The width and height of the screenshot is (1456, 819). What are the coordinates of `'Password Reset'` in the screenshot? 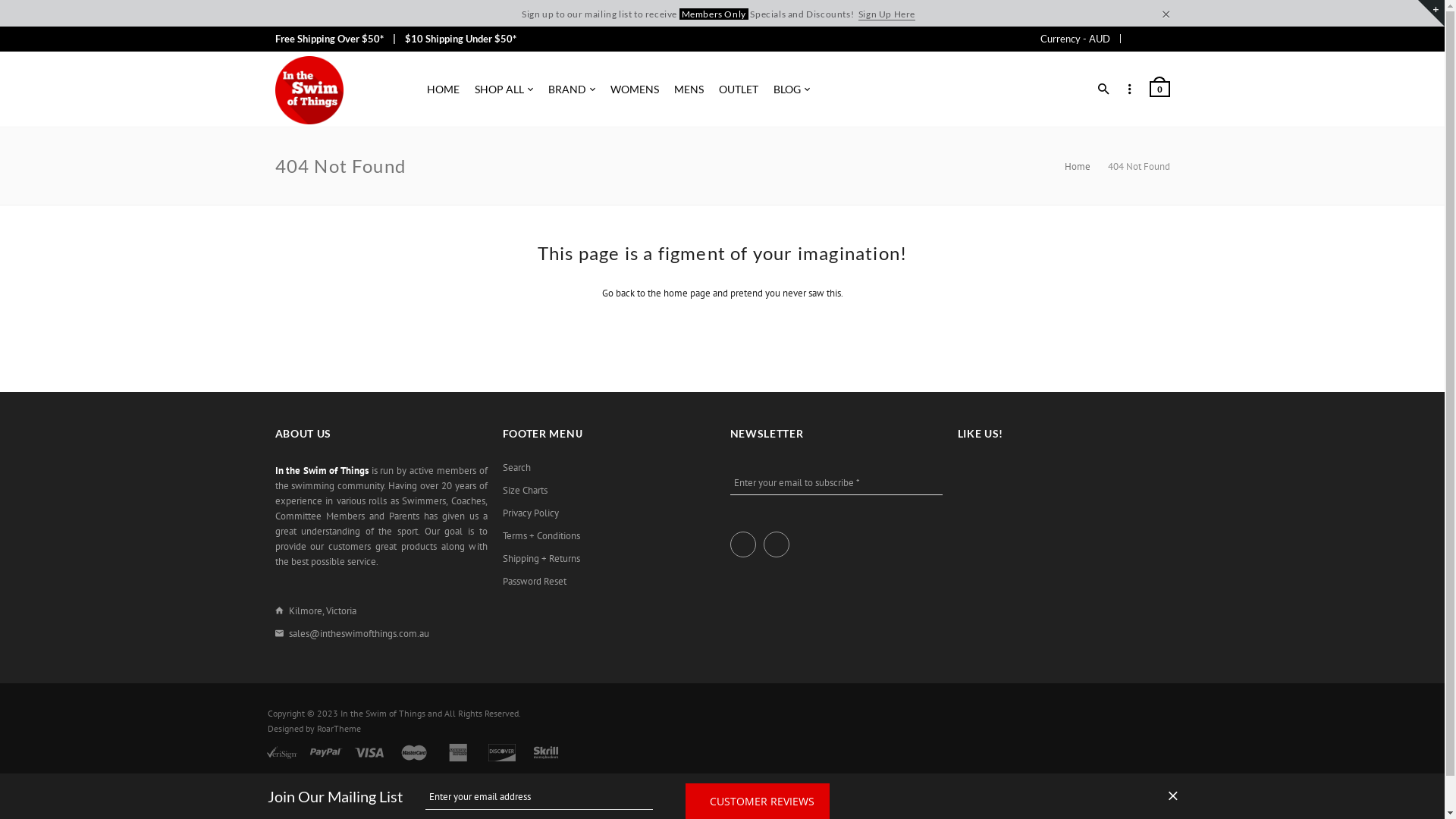 It's located at (534, 581).